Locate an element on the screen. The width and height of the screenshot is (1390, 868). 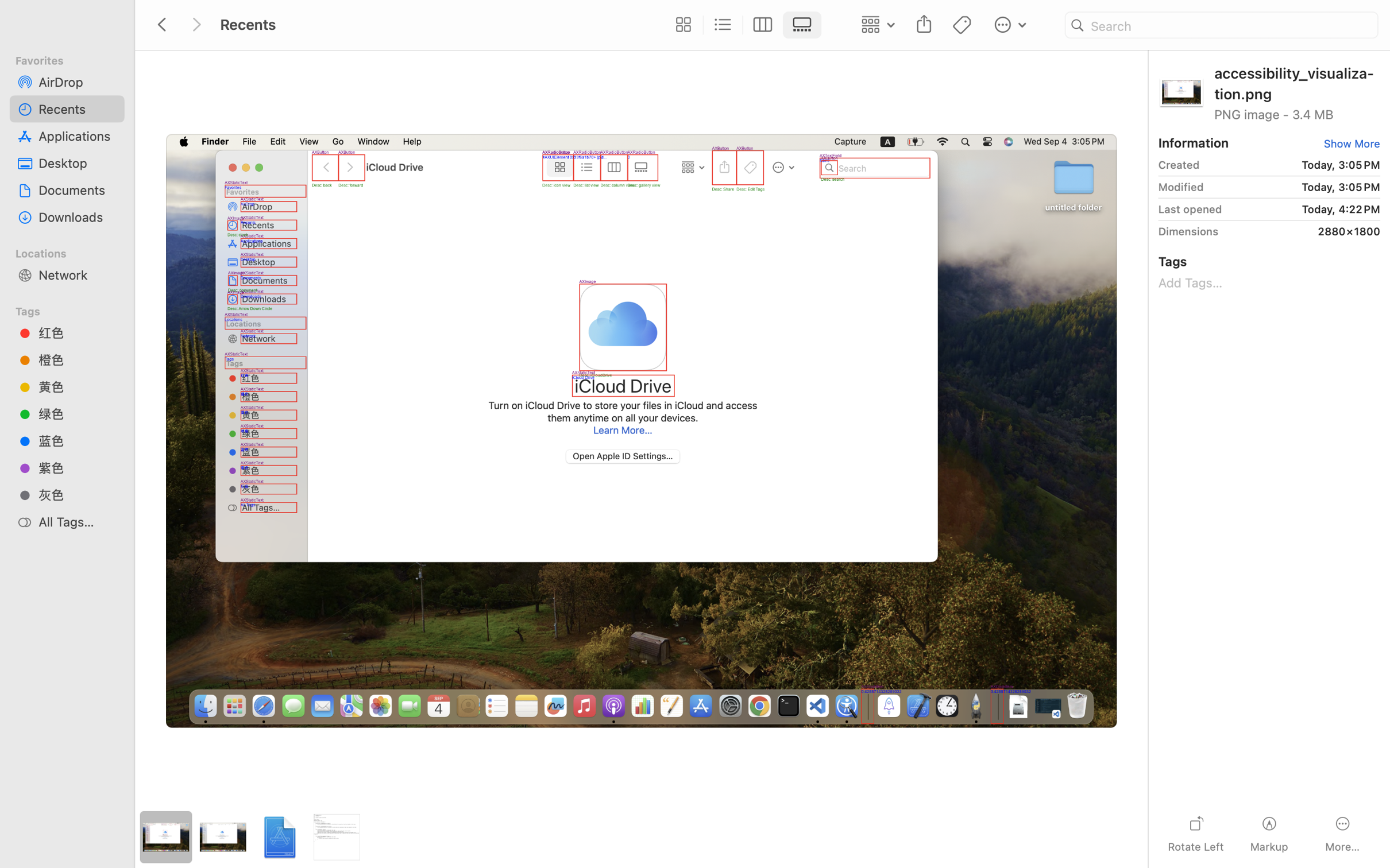
'Network' is located at coordinates (77, 274).